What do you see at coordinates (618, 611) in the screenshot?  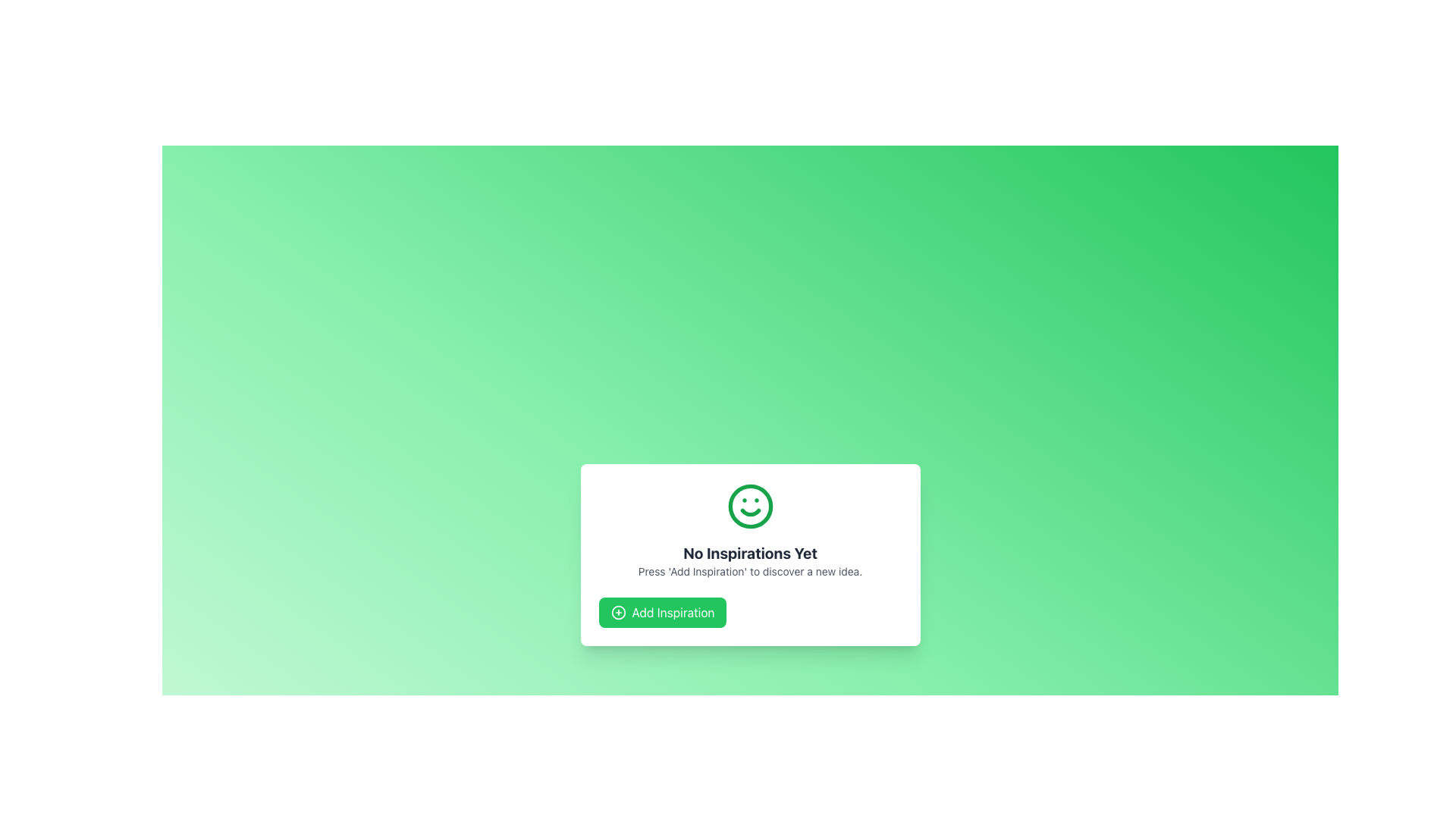 I see `the circular green '+' icon located to the left of the 'Add Inspiration' text within the green button` at bounding box center [618, 611].